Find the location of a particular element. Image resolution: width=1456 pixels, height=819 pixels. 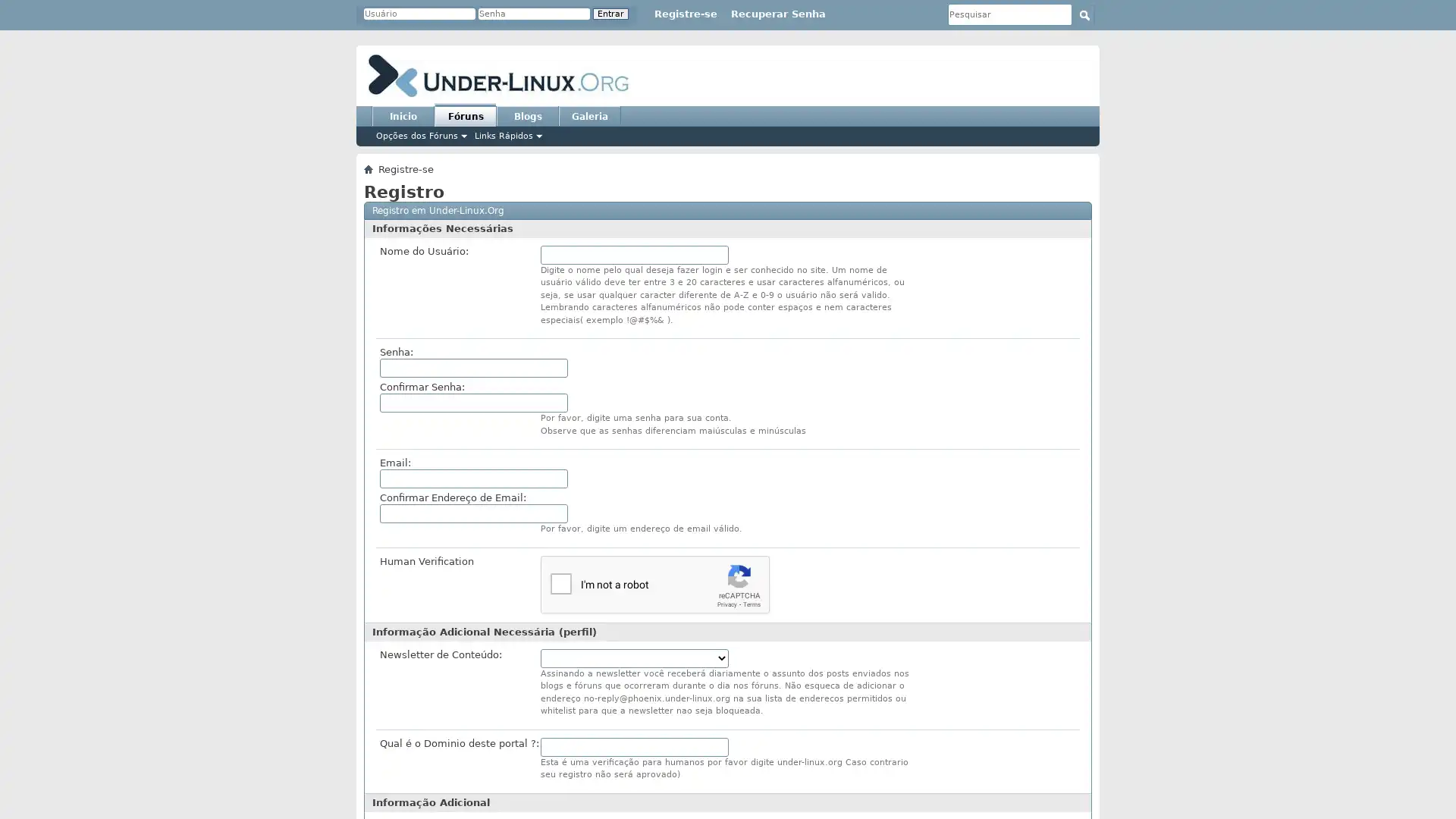

Entrar is located at coordinates (610, 14).